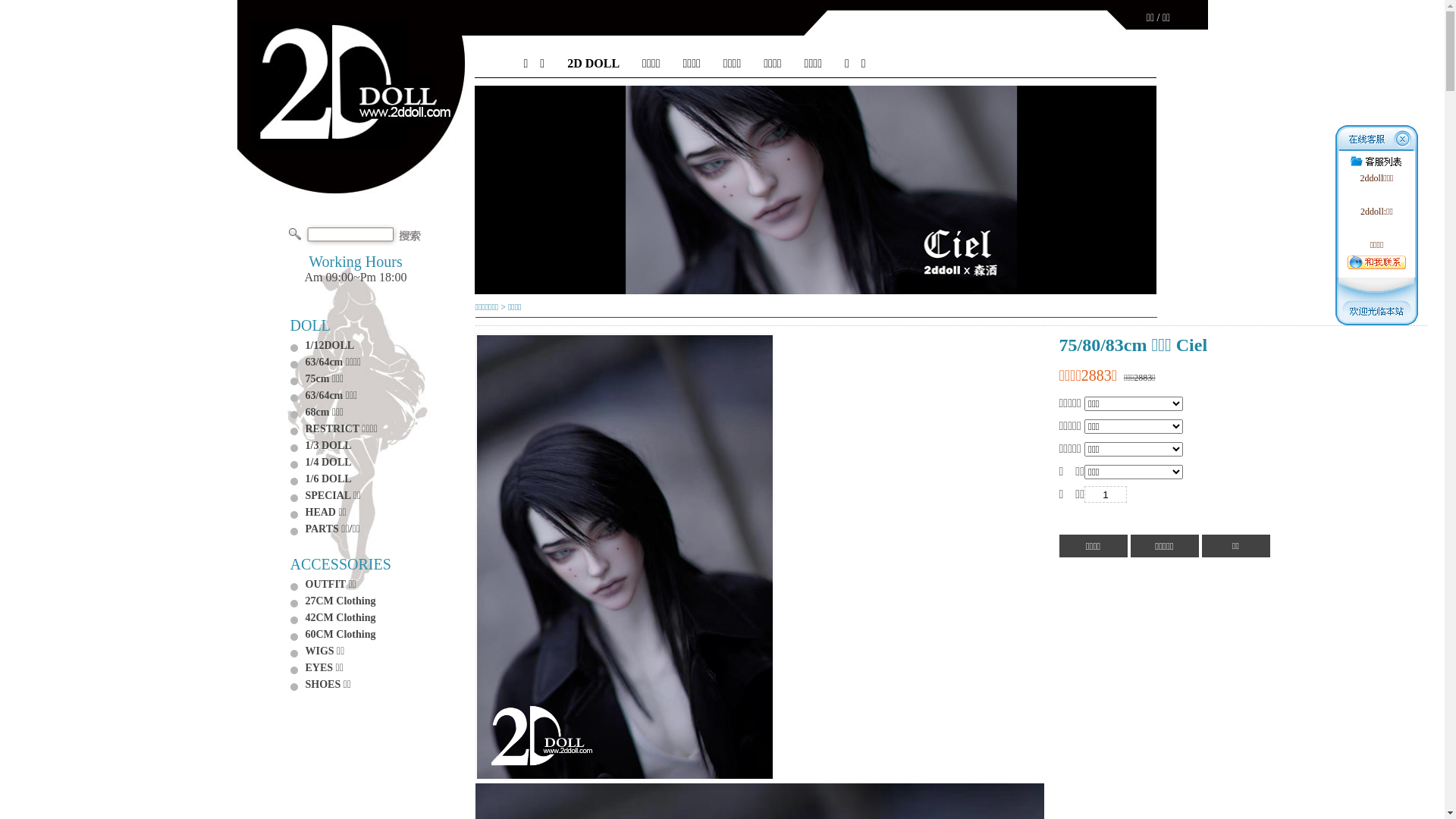 This screenshot has height=819, width=1456. Describe the element at coordinates (327, 479) in the screenshot. I see `'1/6 DOLL'` at that location.